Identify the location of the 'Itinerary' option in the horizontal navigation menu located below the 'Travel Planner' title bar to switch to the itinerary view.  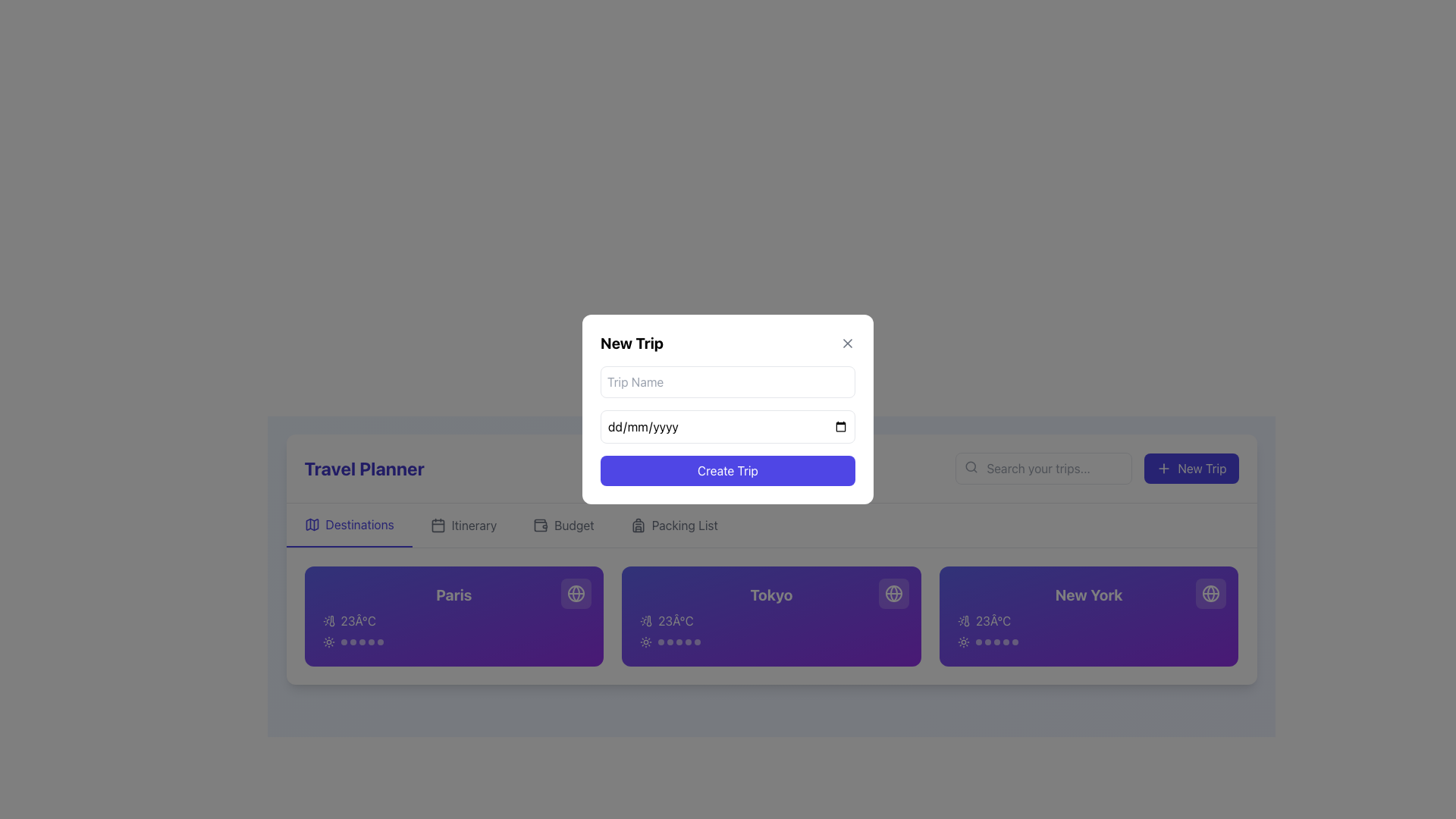
(771, 525).